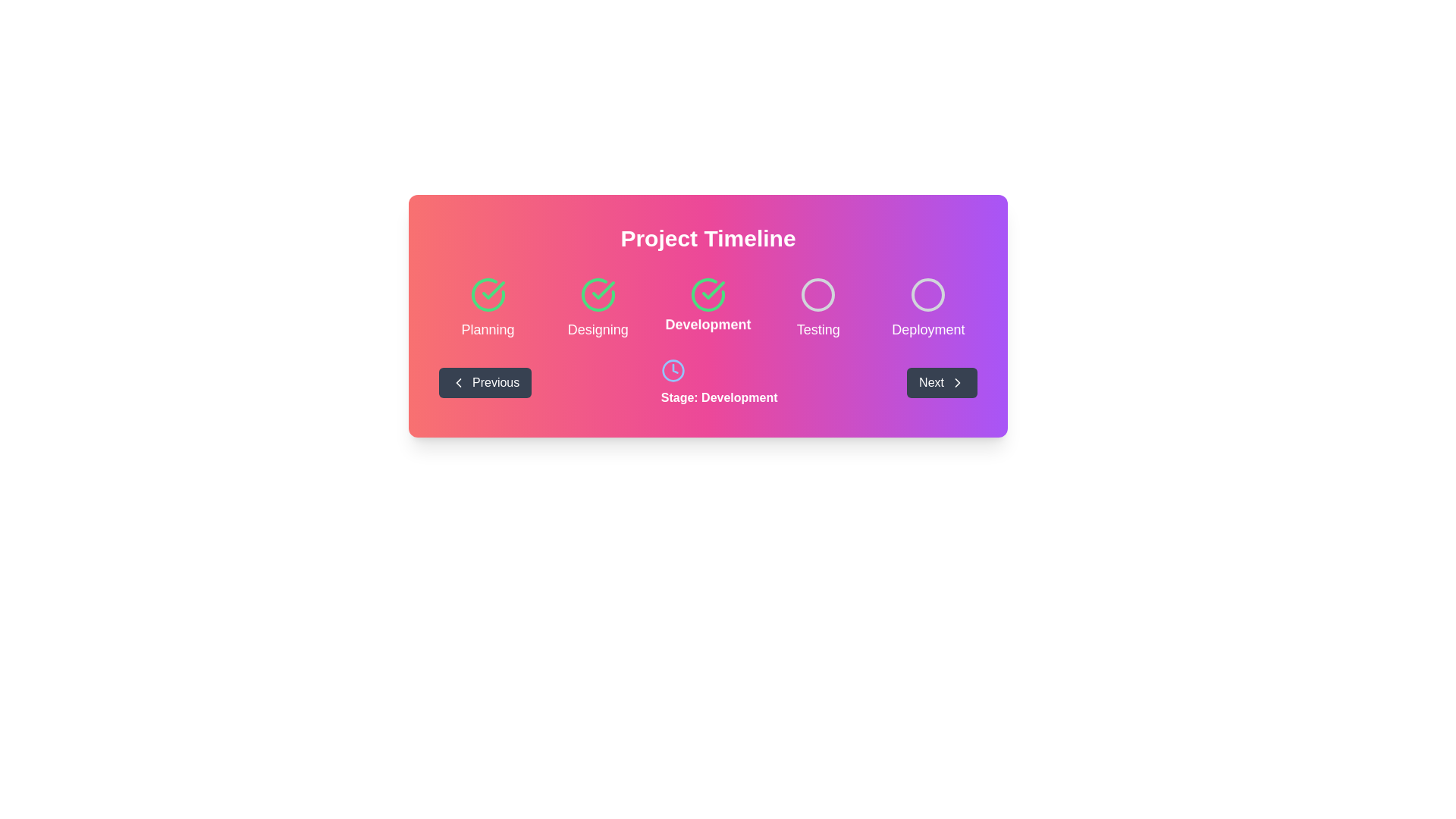 The width and height of the screenshot is (1456, 819). Describe the element at coordinates (488, 308) in the screenshot. I see `the Timeline stage indicator, which features a green circular checkmark above the text 'Planning', to engage with surrounding elements in the timeline` at that location.